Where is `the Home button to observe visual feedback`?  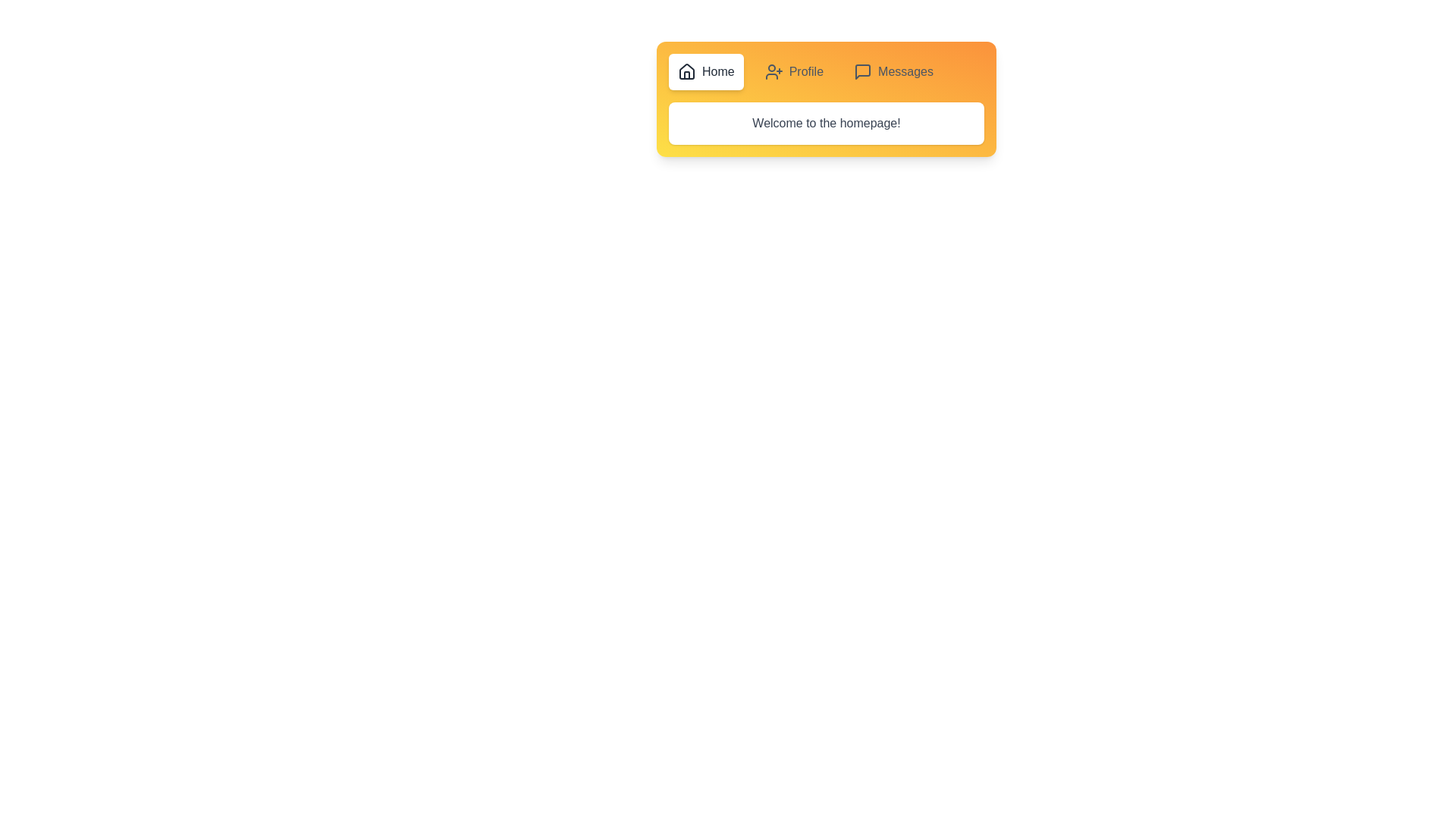 the Home button to observe visual feedback is located at coordinates (705, 72).